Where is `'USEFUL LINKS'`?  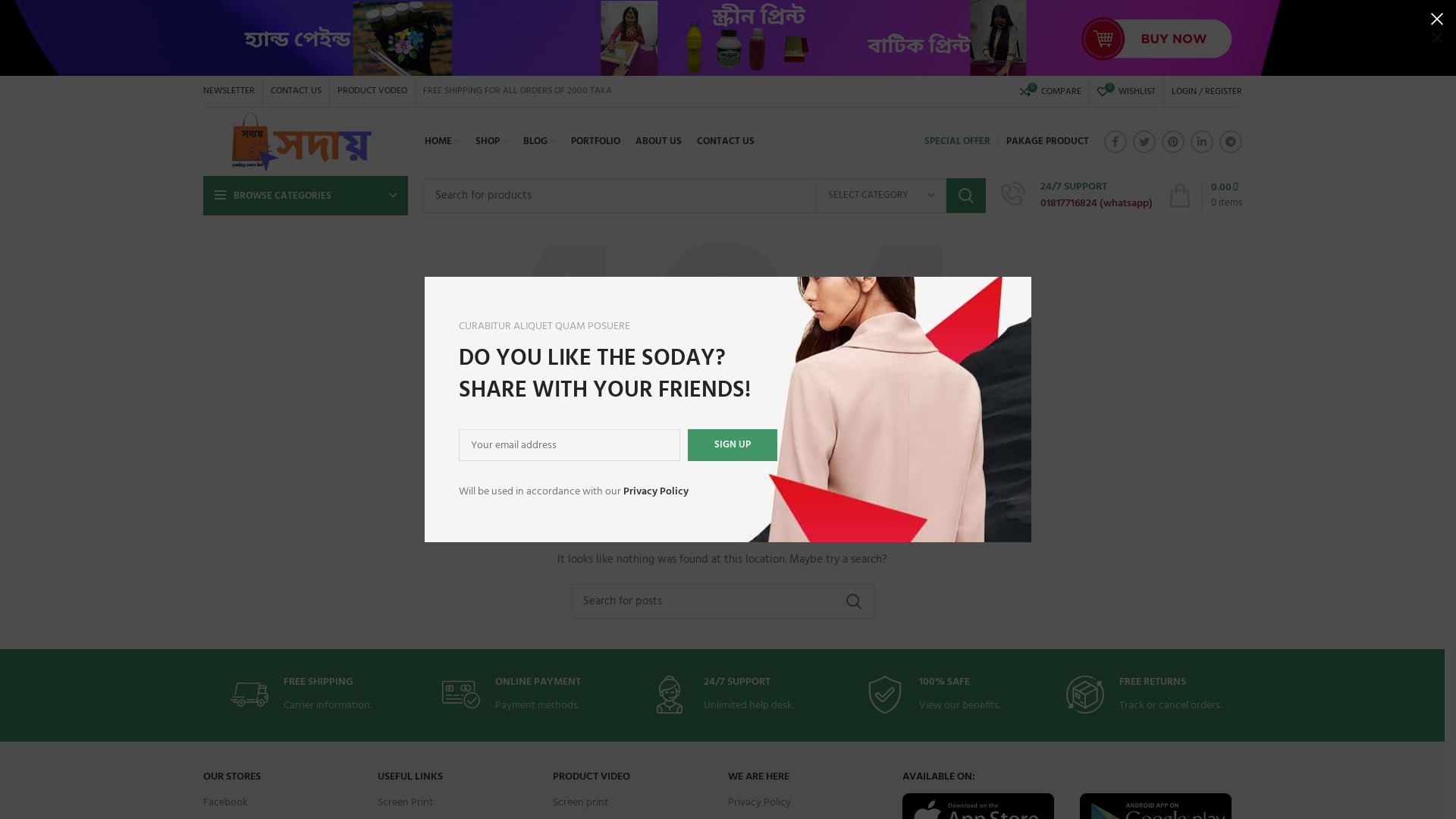 'USEFUL LINKS' is located at coordinates (457, 777).